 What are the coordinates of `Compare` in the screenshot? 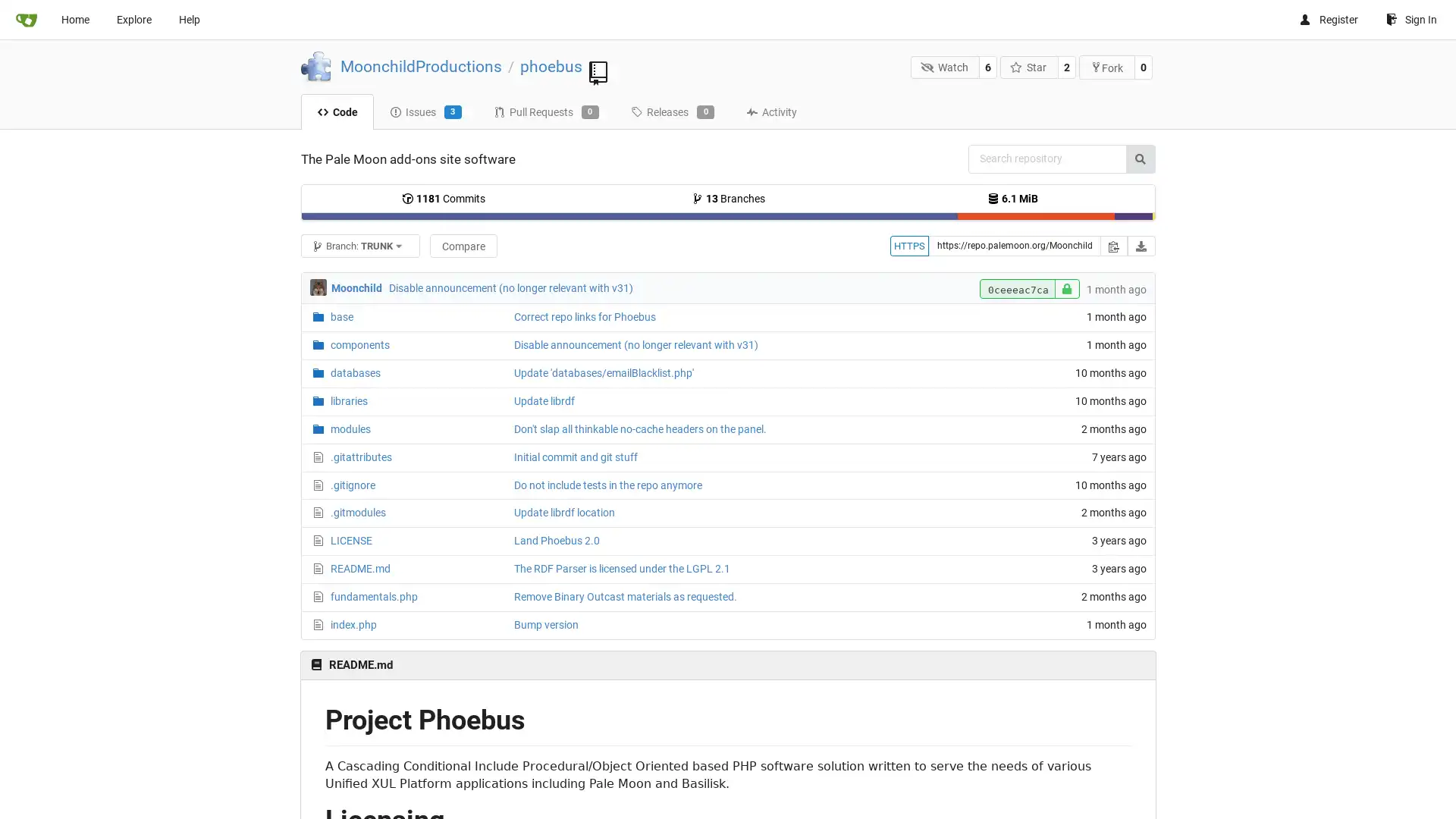 It's located at (462, 245).